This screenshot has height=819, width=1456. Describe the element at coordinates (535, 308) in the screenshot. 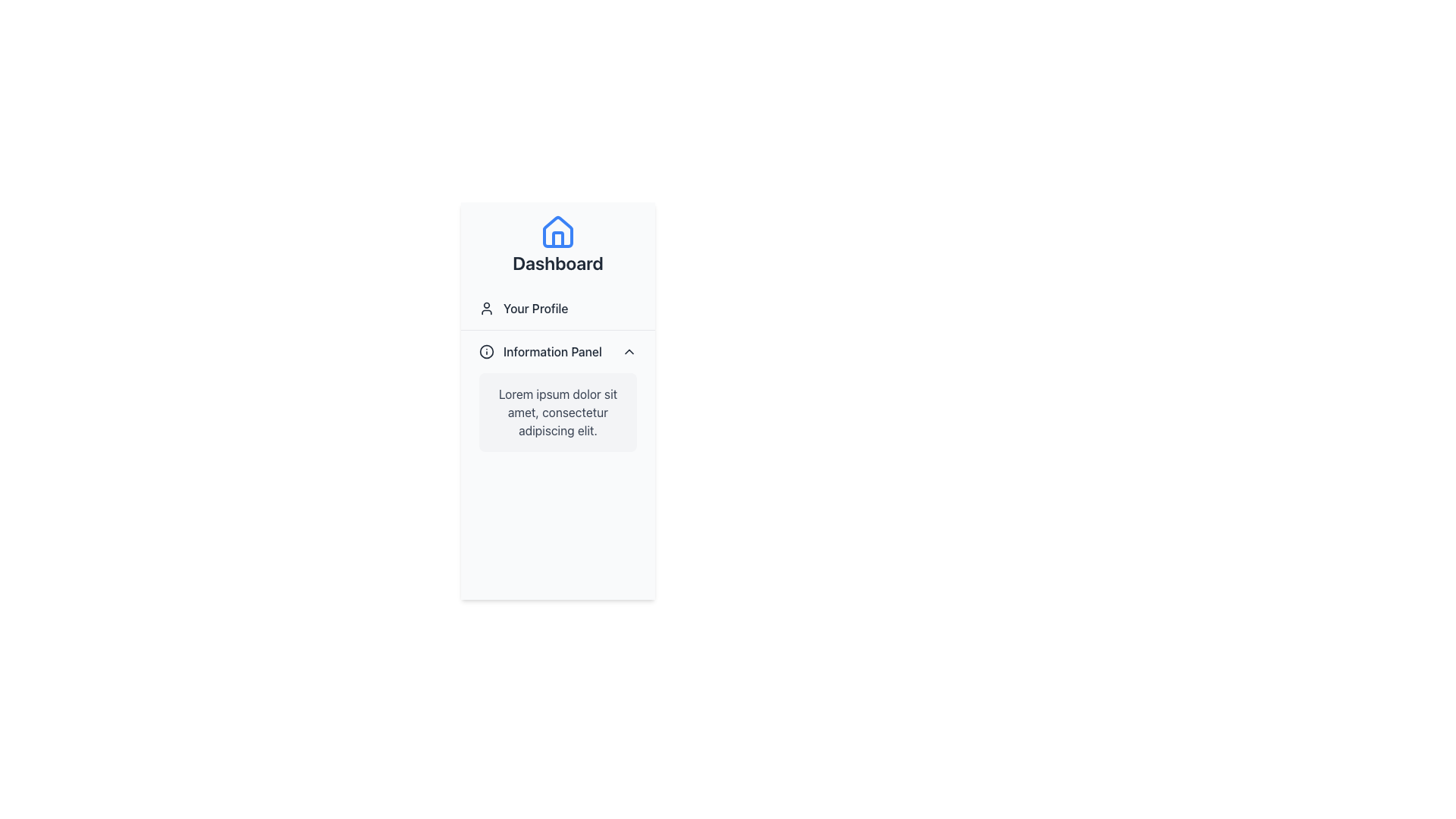

I see `the 'Your Profile' text label in the sidebar` at that location.